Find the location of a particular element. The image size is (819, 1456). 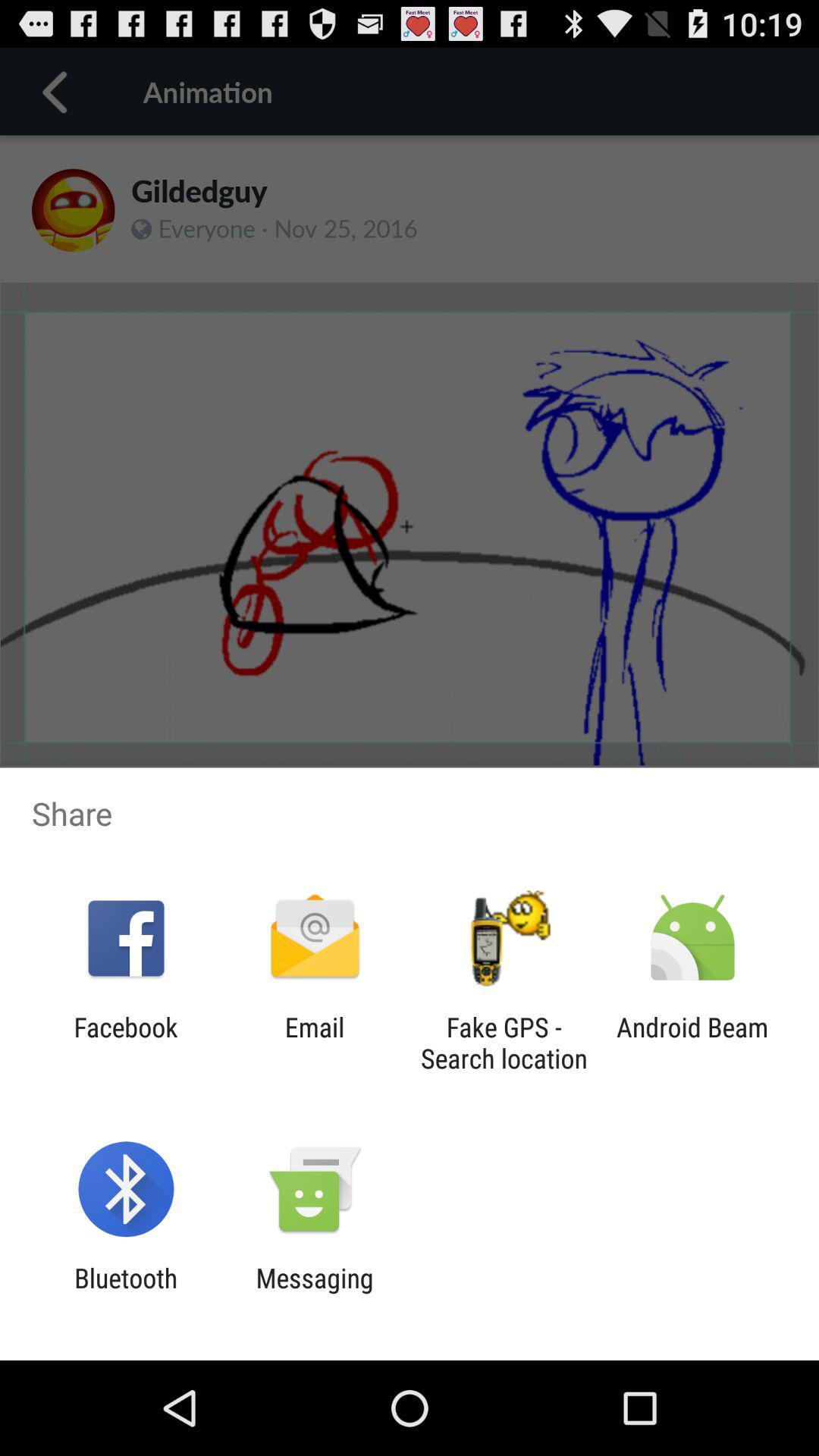

icon next to the fake gps search item is located at coordinates (314, 1042).